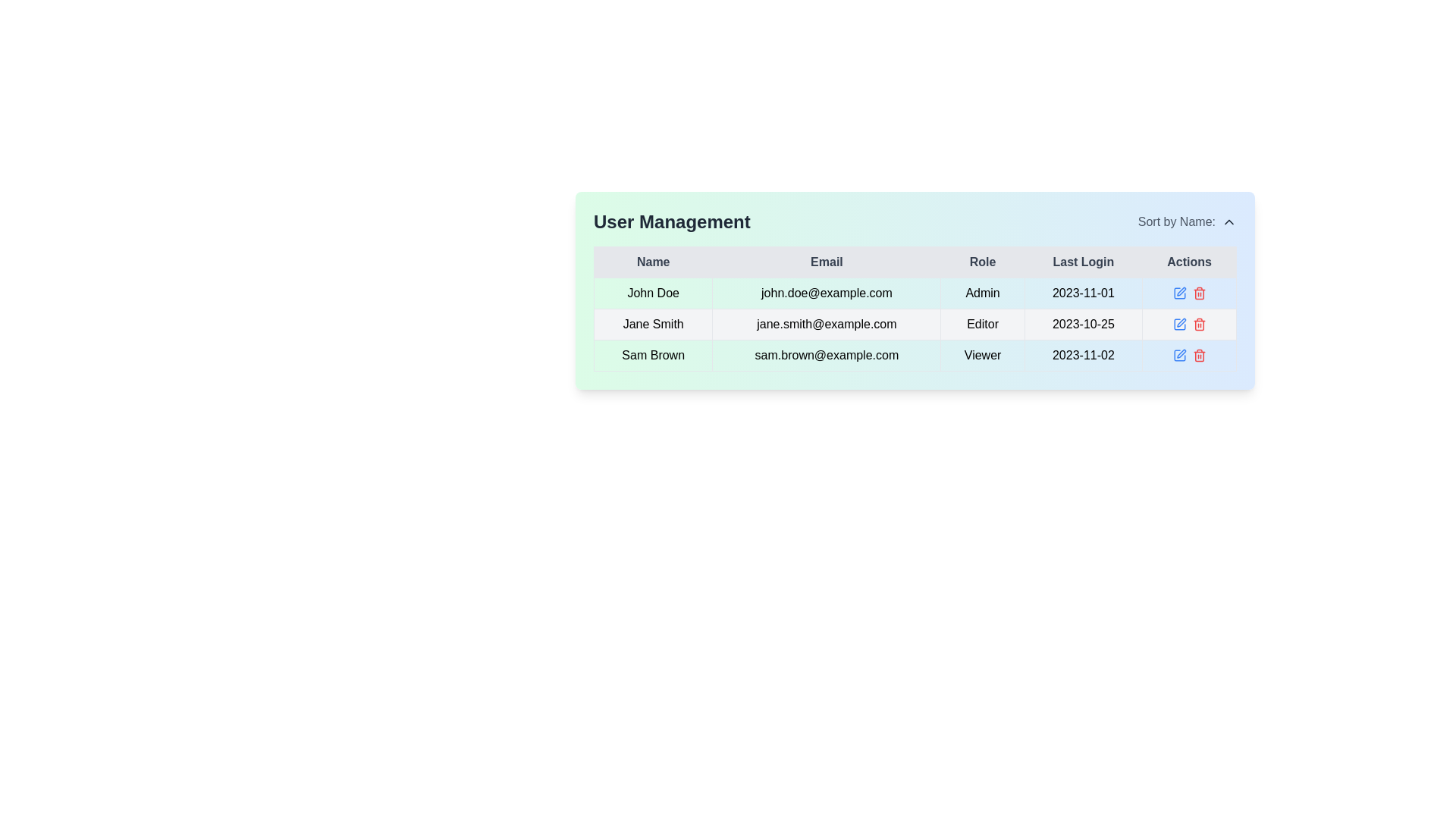 This screenshot has height=819, width=1456. I want to click on the last row in the user information data grid, which contains the name 'Sam Brown', so click(914, 356).